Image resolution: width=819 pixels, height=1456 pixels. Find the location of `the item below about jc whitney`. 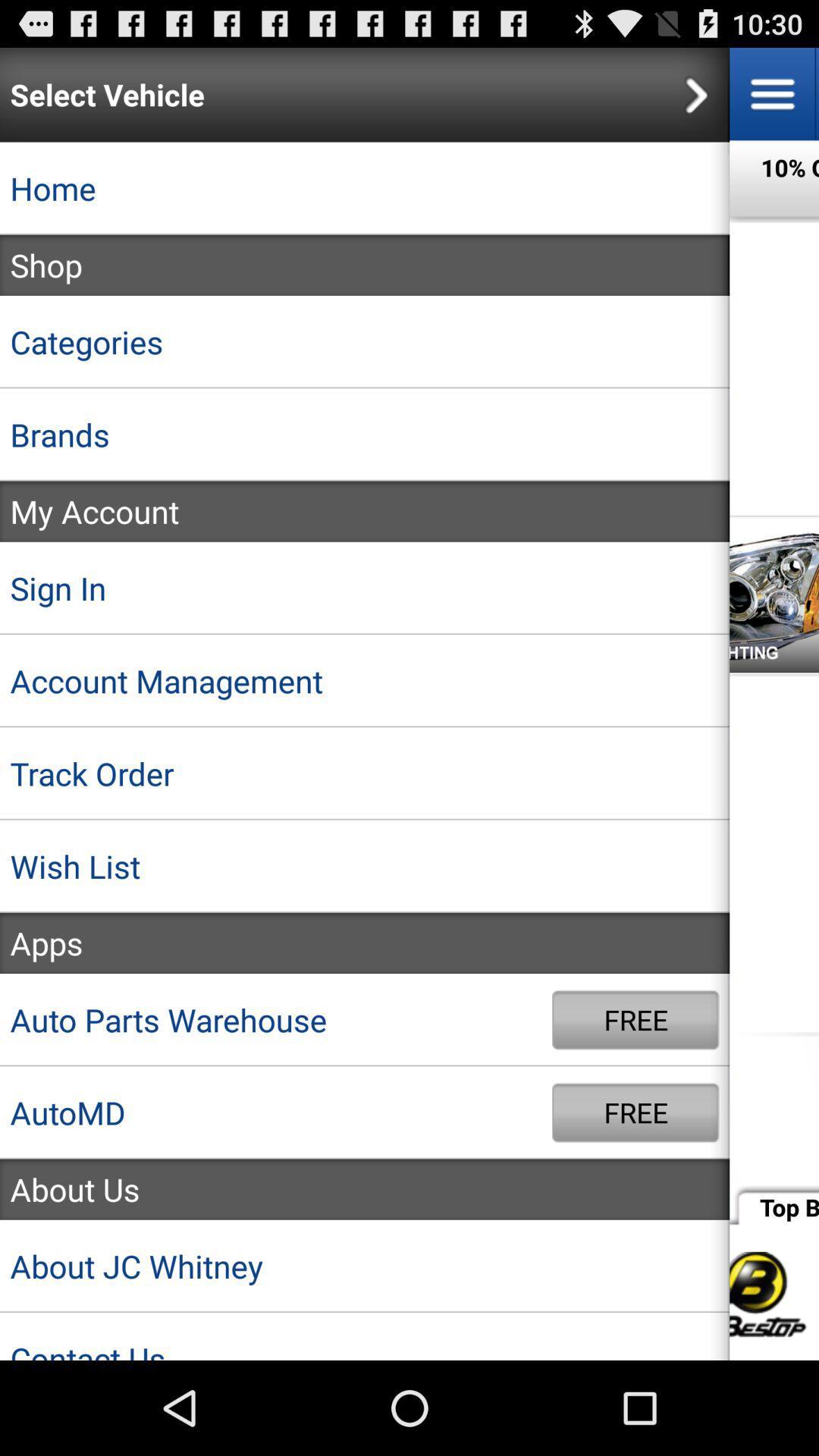

the item below about jc whitney is located at coordinates (365, 1336).